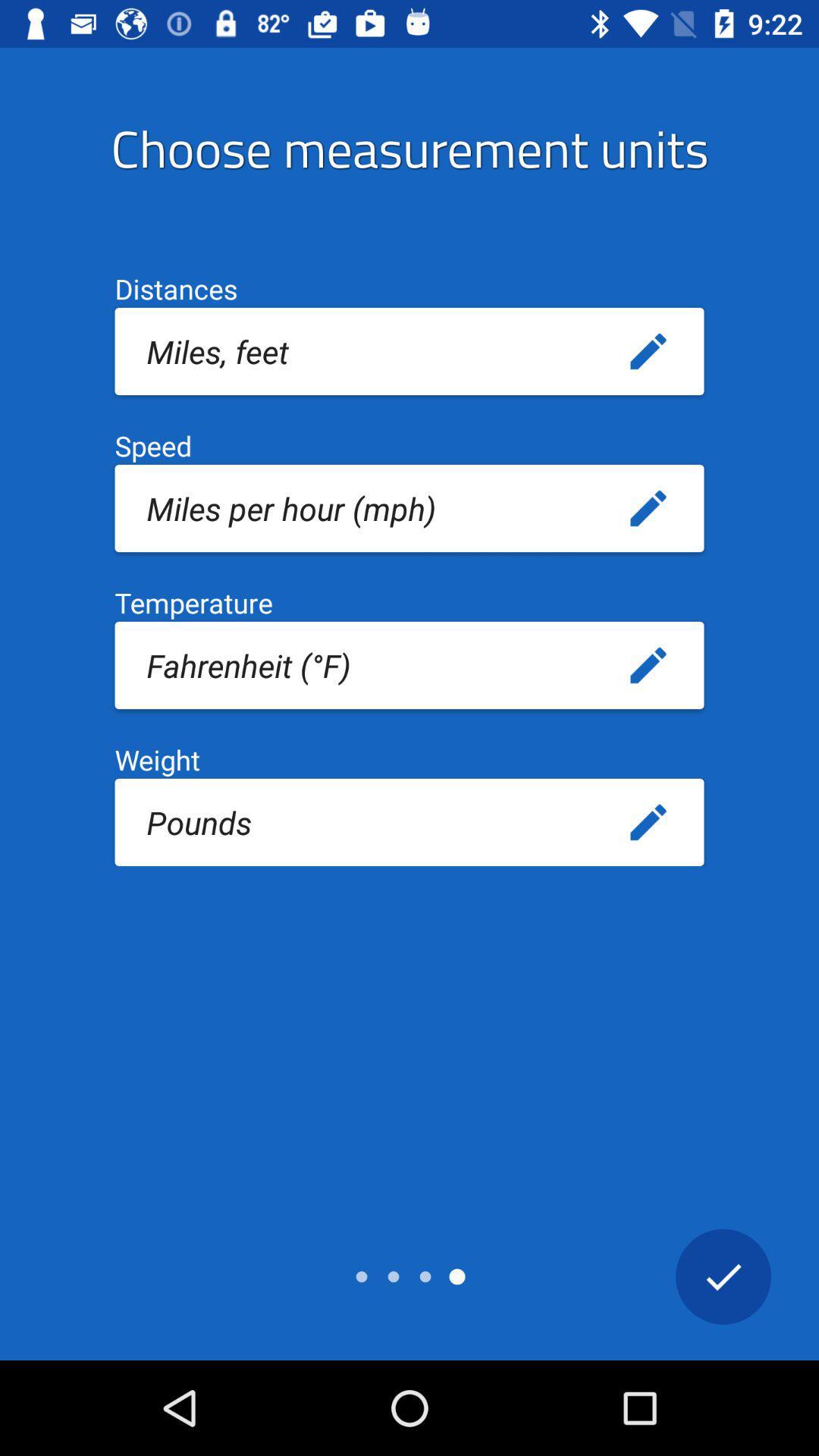  I want to click on the check icon, so click(722, 1276).